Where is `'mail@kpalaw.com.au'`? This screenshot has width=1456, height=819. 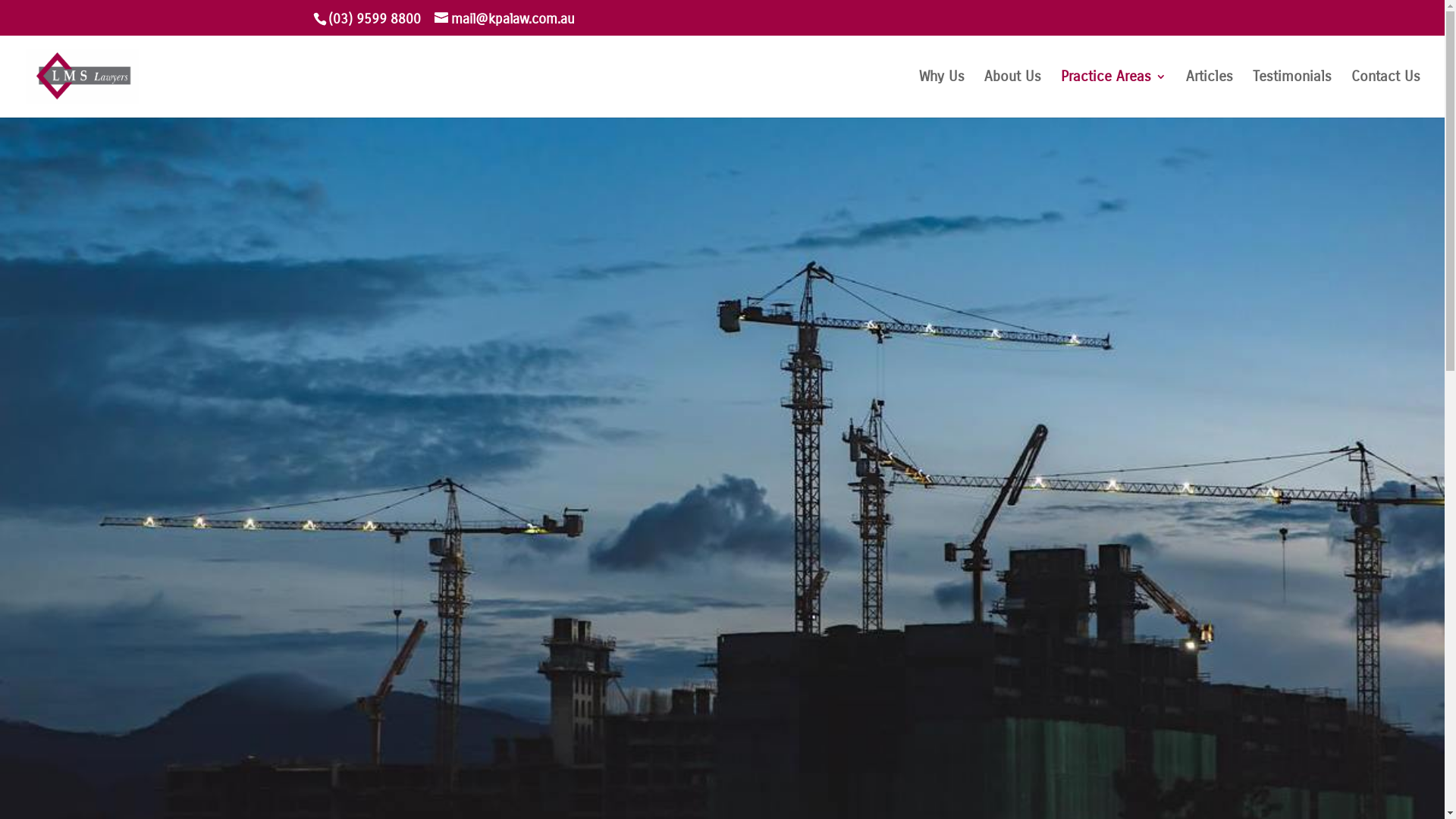 'mail@kpalaw.com.au' is located at coordinates (504, 18).